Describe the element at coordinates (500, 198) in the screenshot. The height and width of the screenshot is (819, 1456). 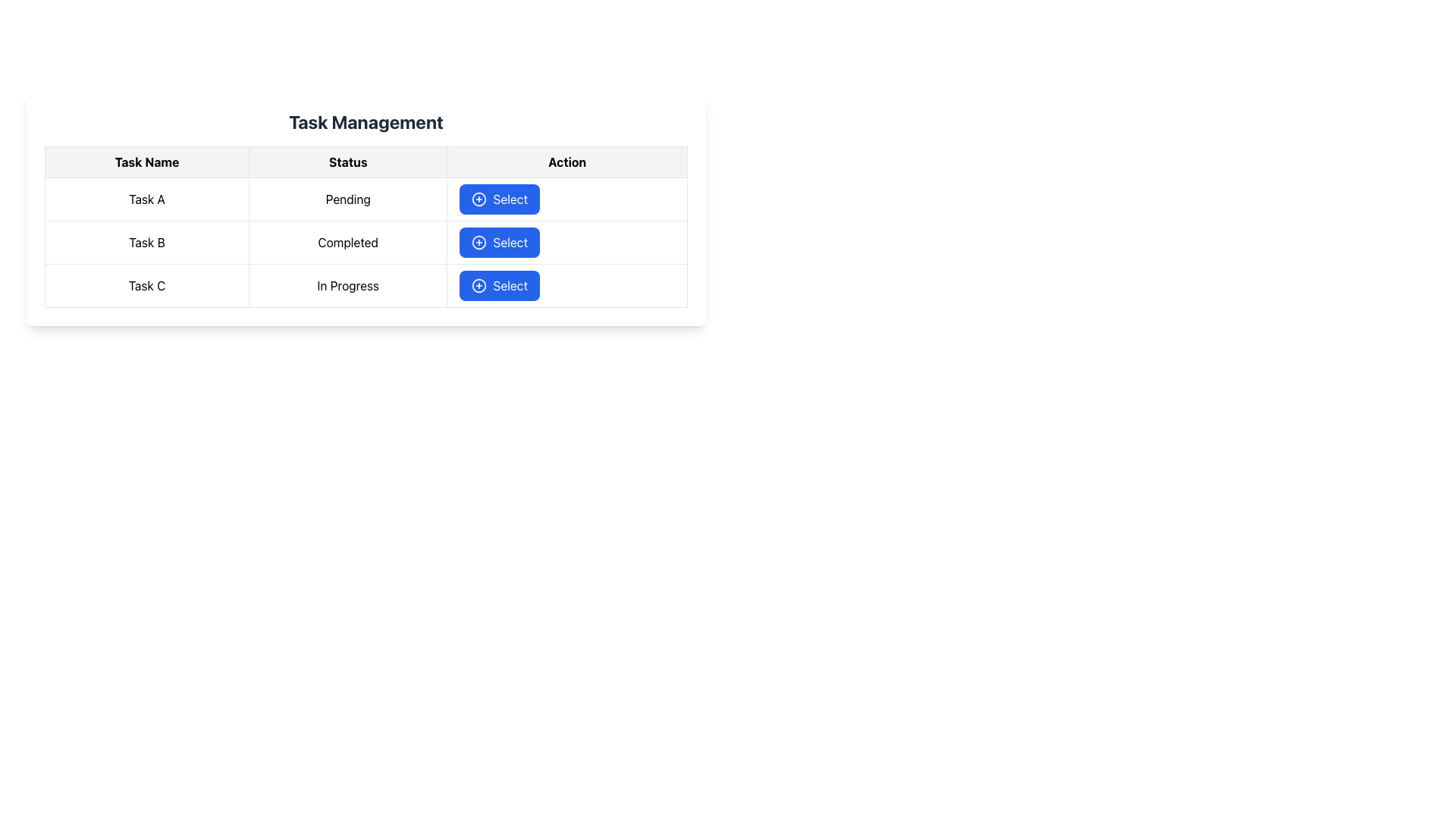
I see `the blue button with a plus sign icon and the text 'Select' in the first row of the 'Action' column in the 'Task Management' table` at that location.